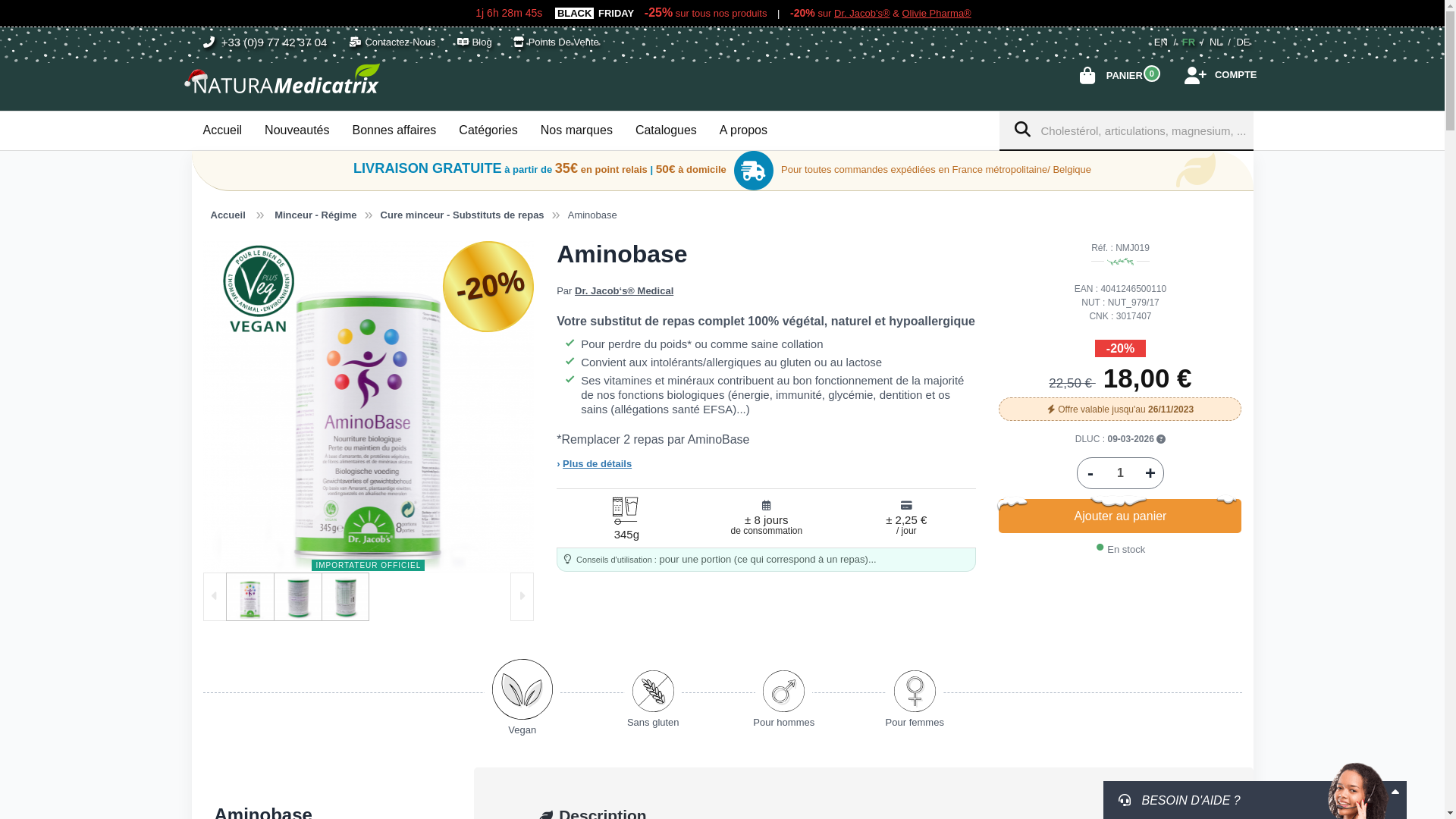  I want to click on 'Blog', so click(473, 42).